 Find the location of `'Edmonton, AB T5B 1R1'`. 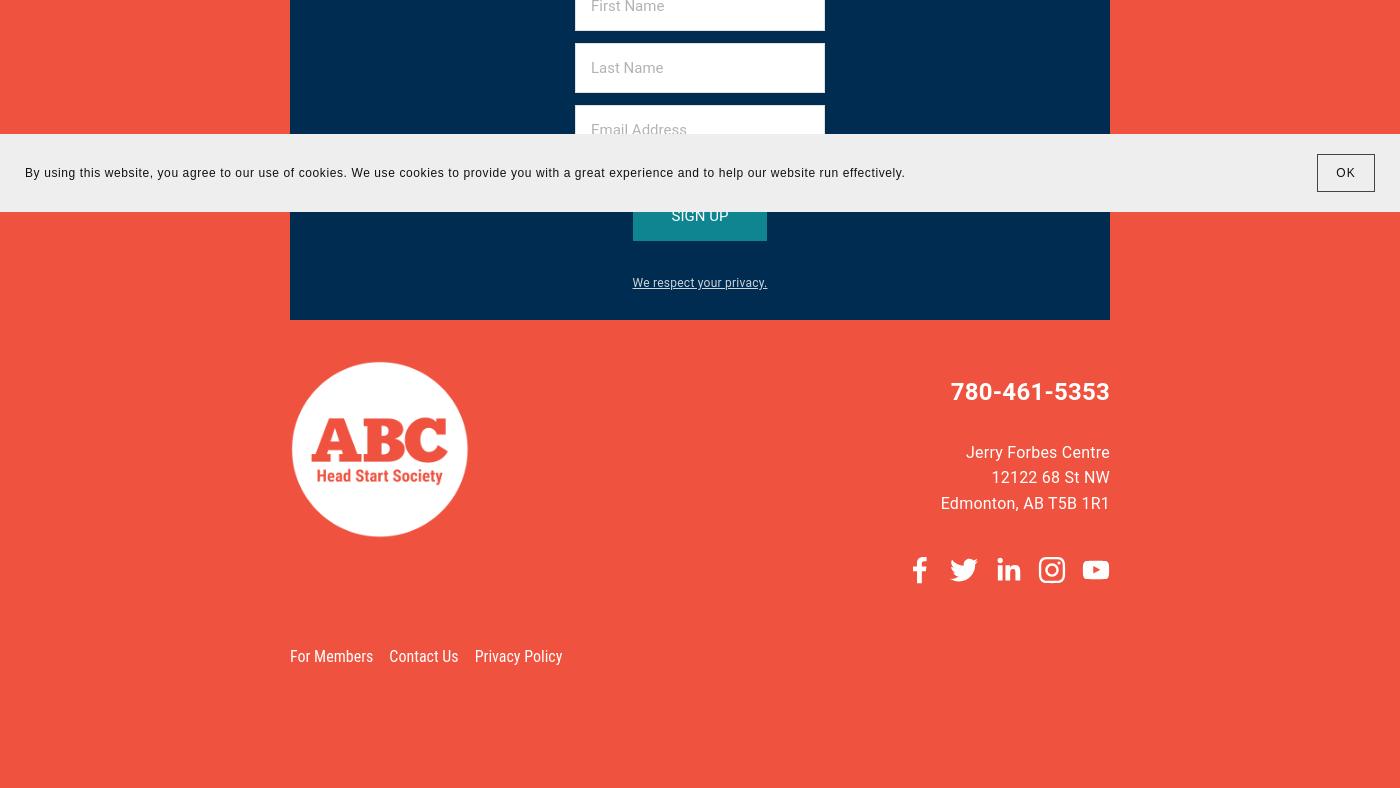

'Edmonton, AB T5B 1R1' is located at coordinates (1024, 502).